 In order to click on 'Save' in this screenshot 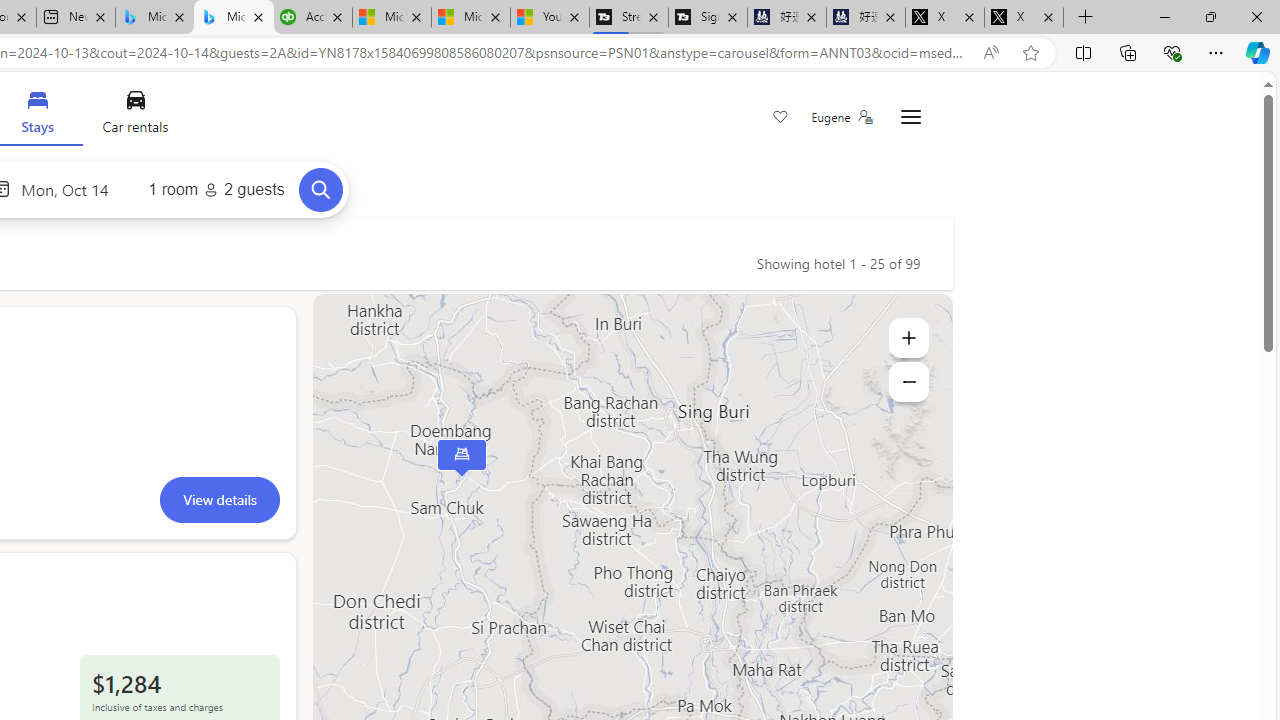, I will do `click(779, 118)`.